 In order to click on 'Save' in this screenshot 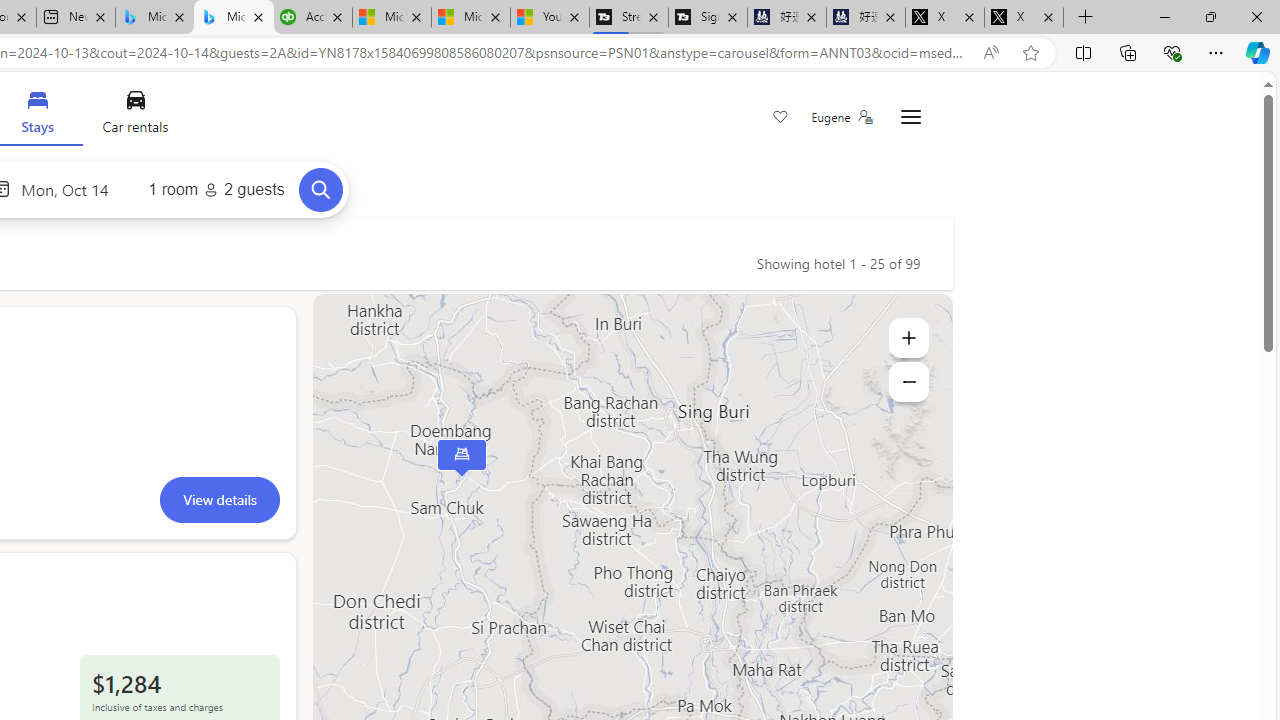, I will do `click(779, 118)`.